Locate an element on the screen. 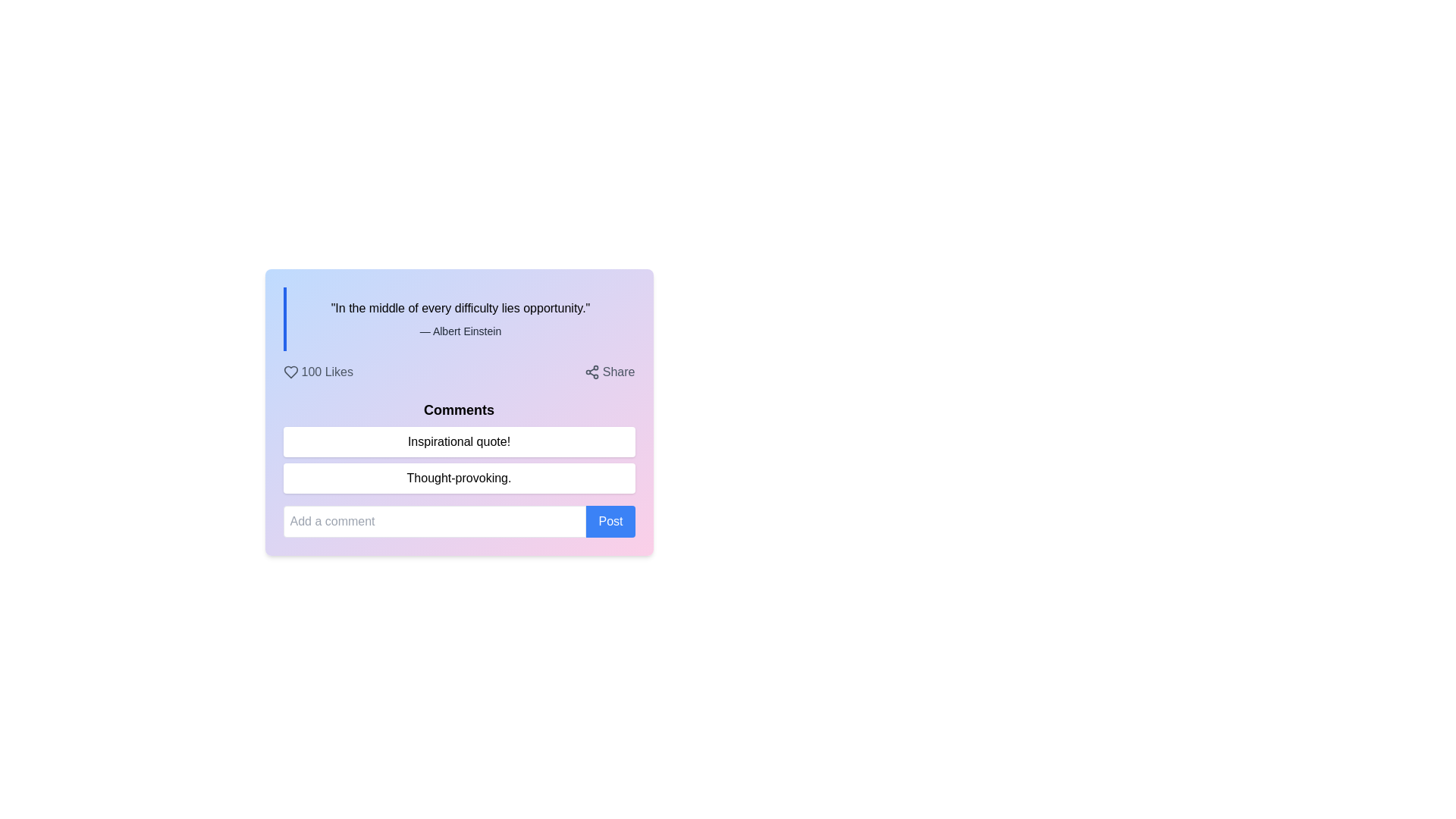  the blue 'Post' button with white text is located at coordinates (610, 520).